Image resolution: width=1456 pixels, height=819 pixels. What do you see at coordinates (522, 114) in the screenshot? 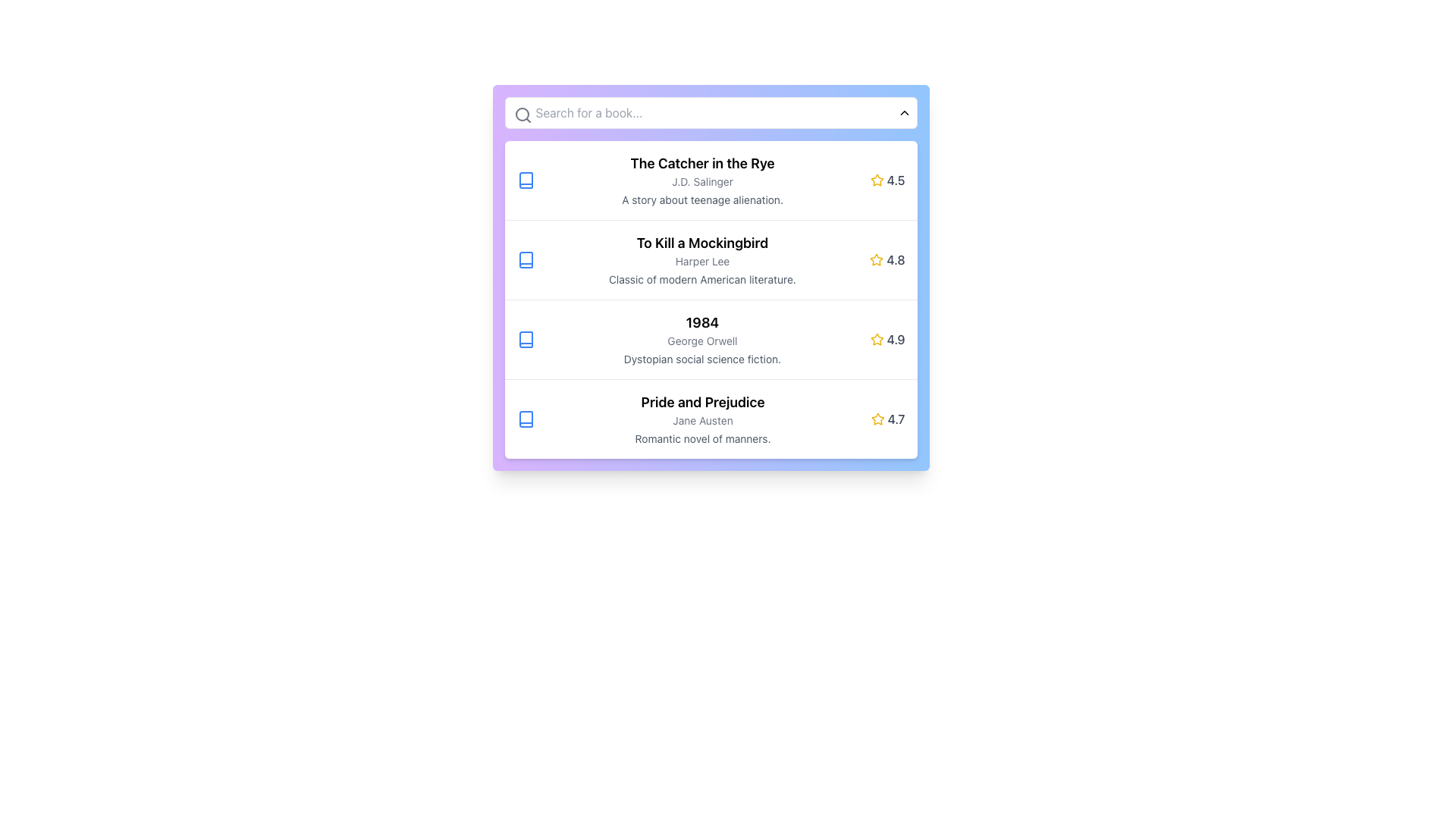
I see `the search icon located at the top-left corner inside the search bar to focus the search bar` at bounding box center [522, 114].